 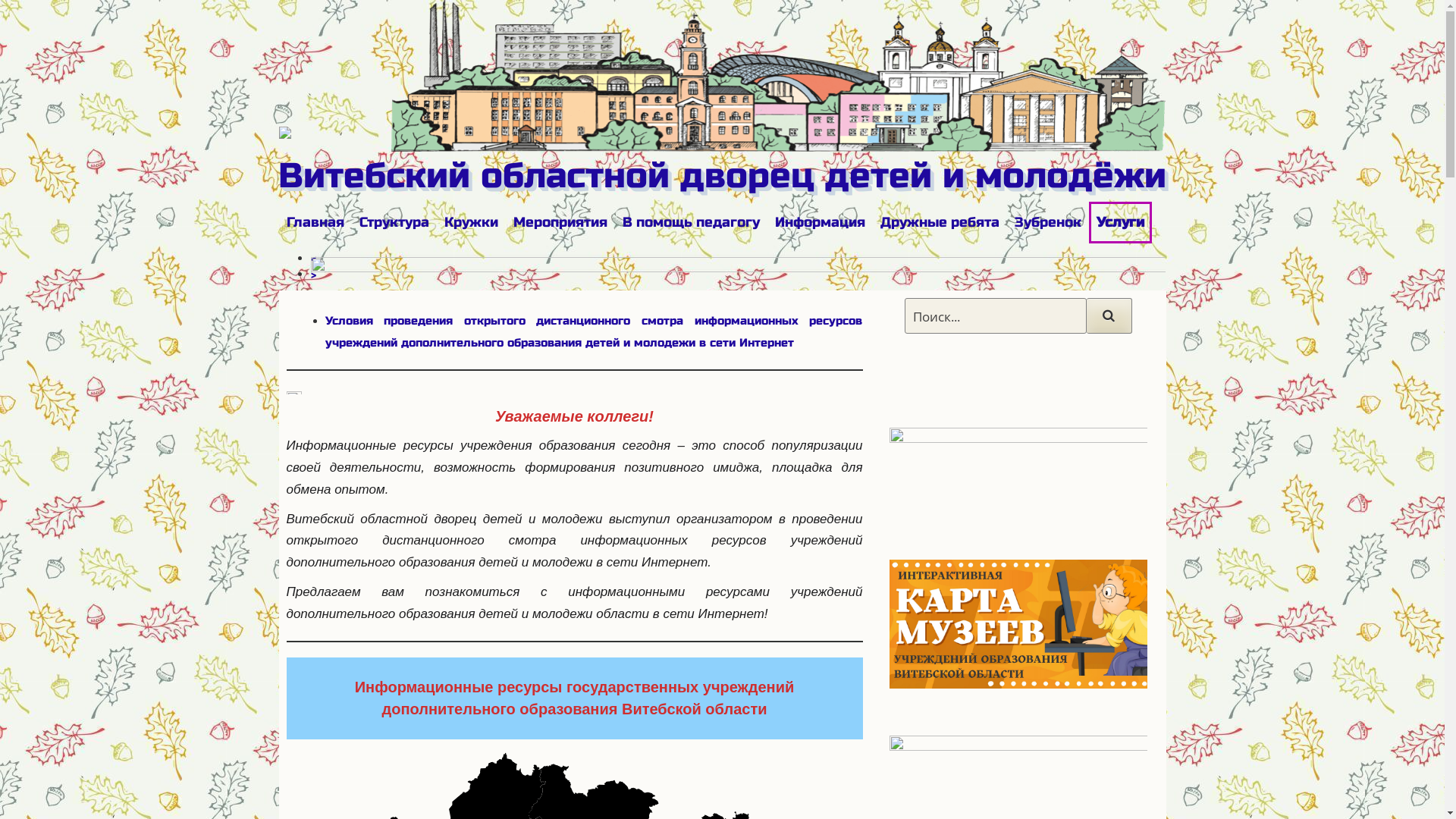 What do you see at coordinates (309, 275) in the screenshot?
I see `'>'` at bounding box center [309, 275].